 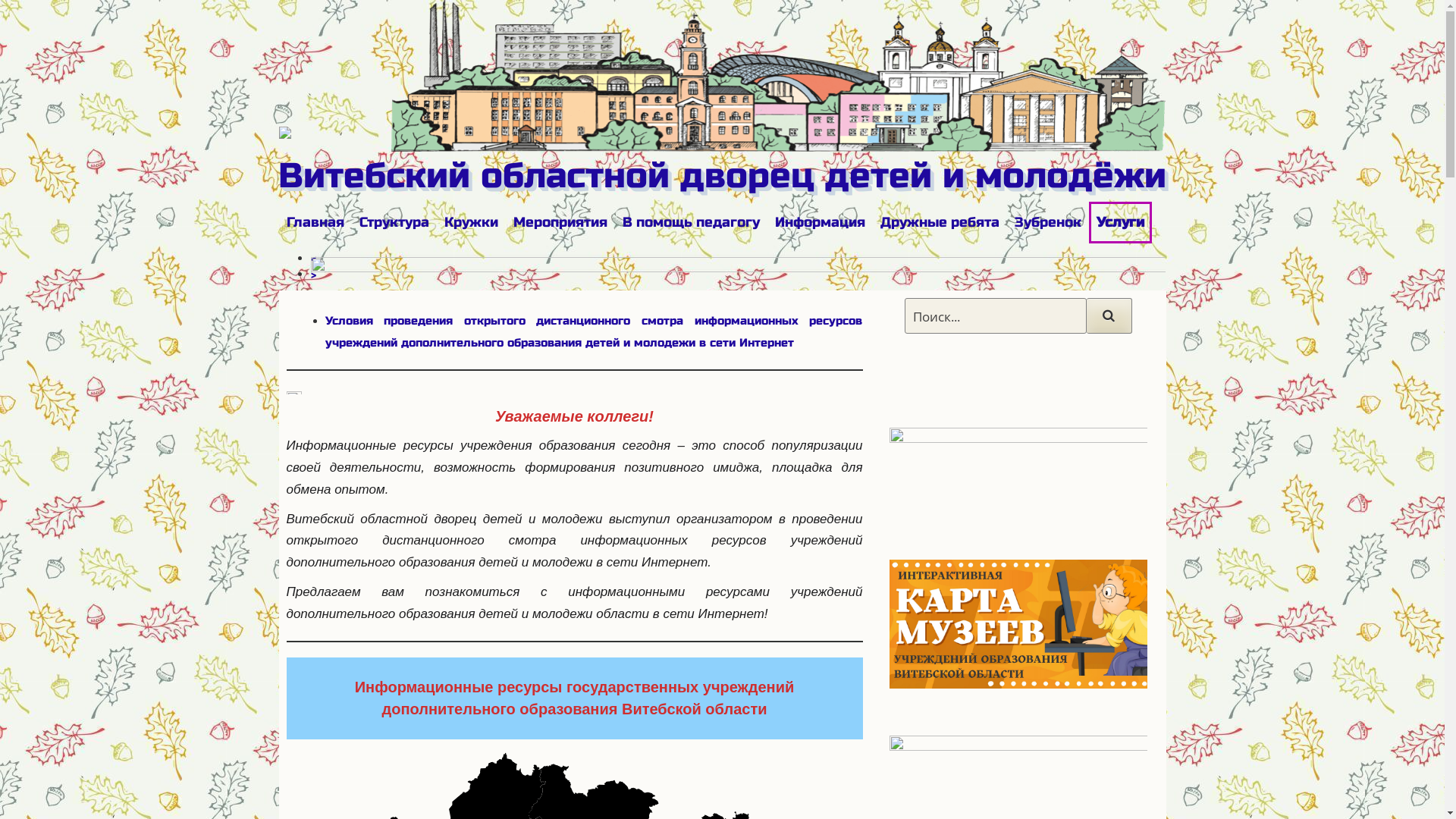 What do you see at coordinates (309, 275) in the screenshot?
I see `'>'` at bounding box center [309, 275].